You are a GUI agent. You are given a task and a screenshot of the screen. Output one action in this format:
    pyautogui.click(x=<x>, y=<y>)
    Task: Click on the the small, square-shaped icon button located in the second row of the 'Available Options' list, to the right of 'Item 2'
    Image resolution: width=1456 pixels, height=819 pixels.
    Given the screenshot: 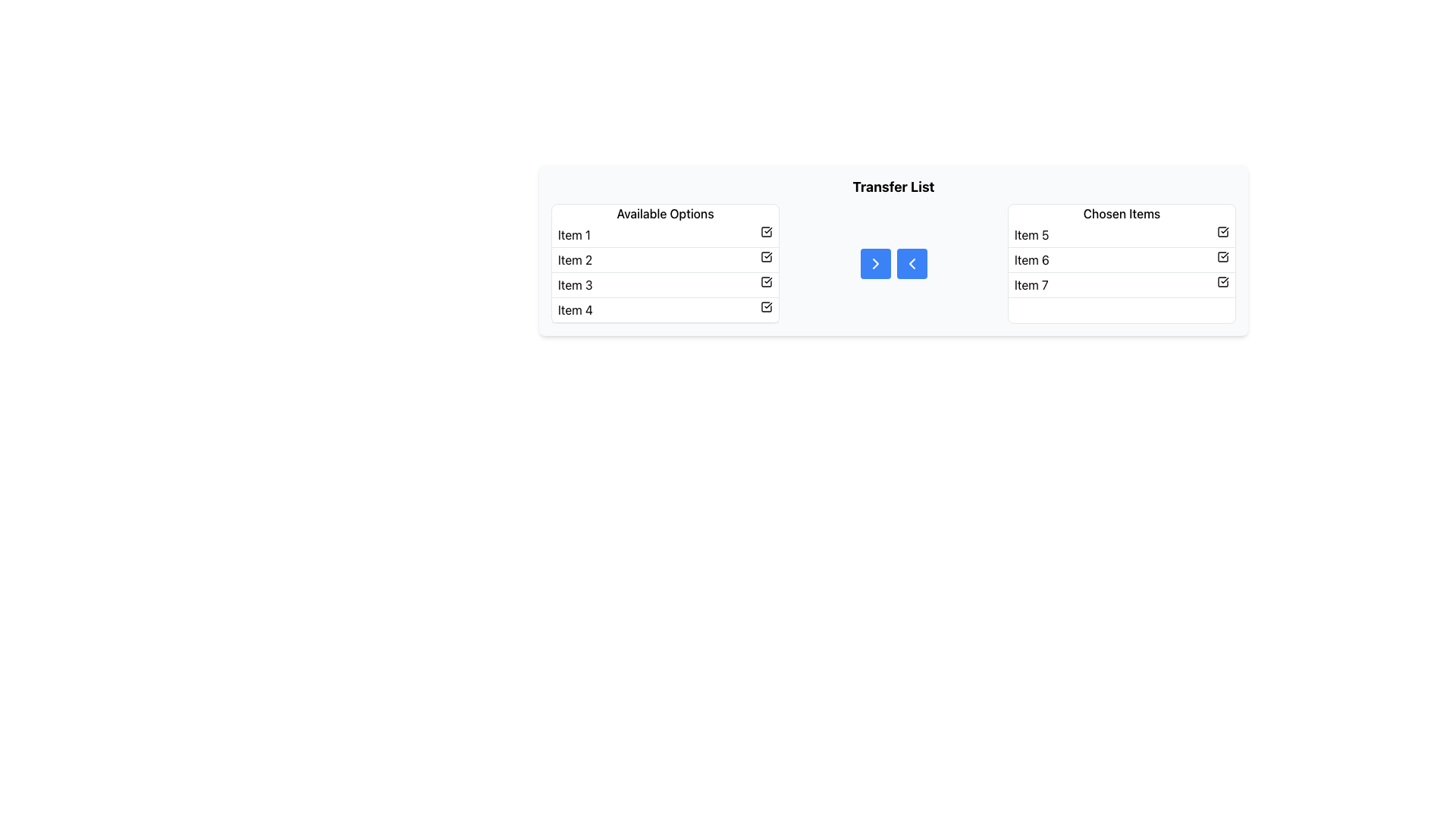 What is the action you would take?
    pyautogui.click(x=767, y=256)
    